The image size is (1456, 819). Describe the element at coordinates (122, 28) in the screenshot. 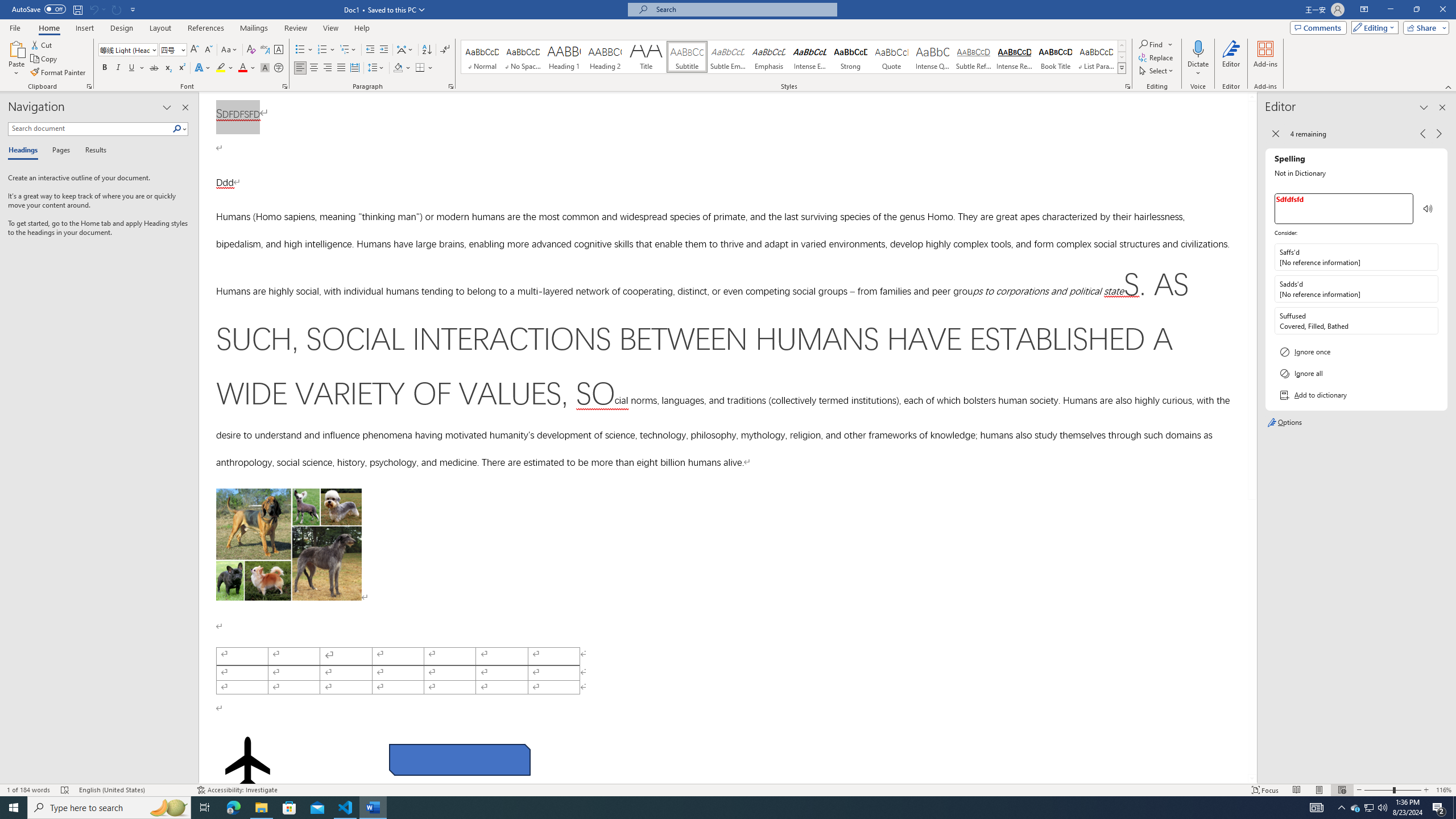

I see `'Design'` at that location.